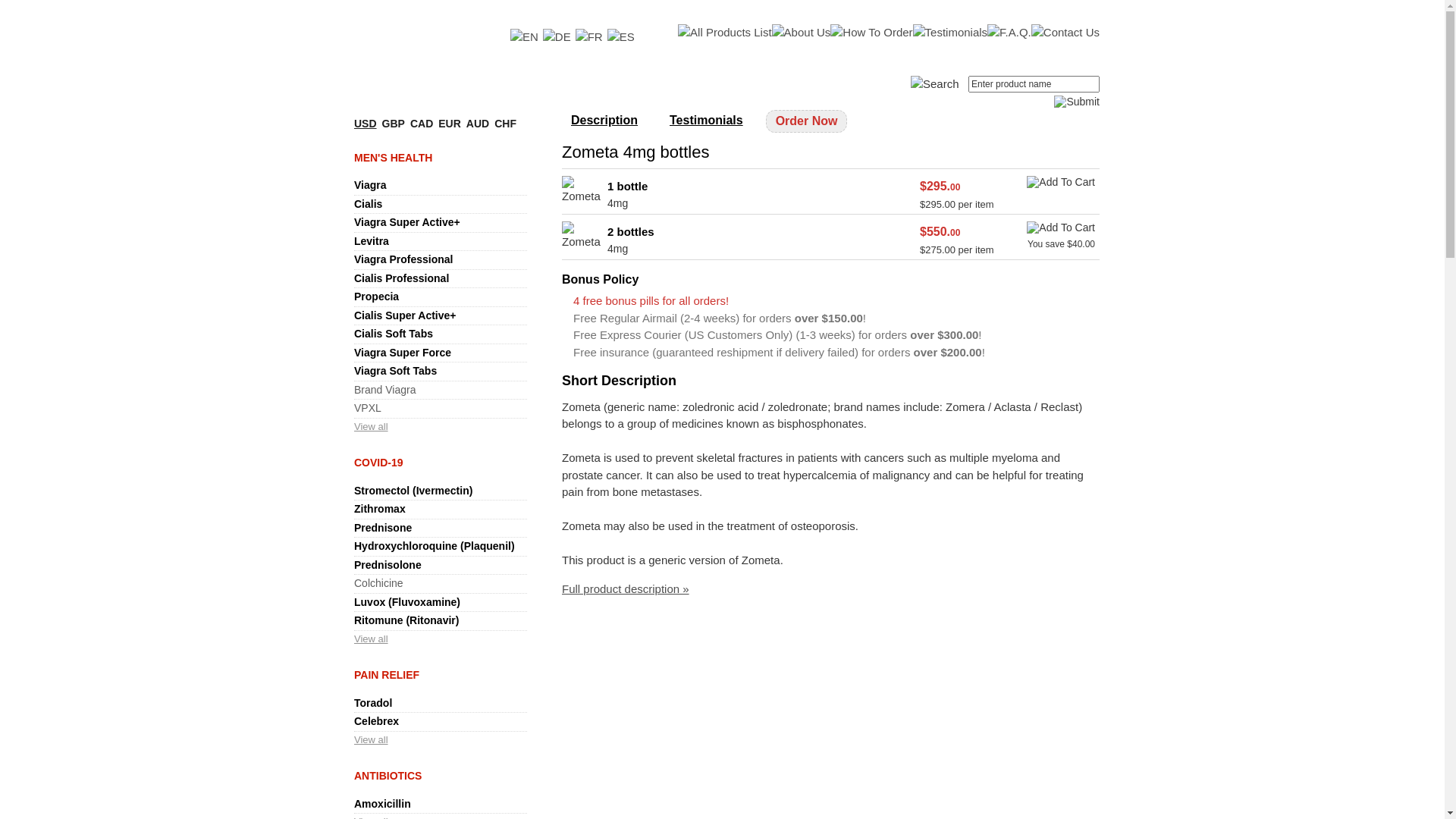 Image resolution: width=1456 pixels, height=819 pixels. I want to click on 'English', so click(524, 36).